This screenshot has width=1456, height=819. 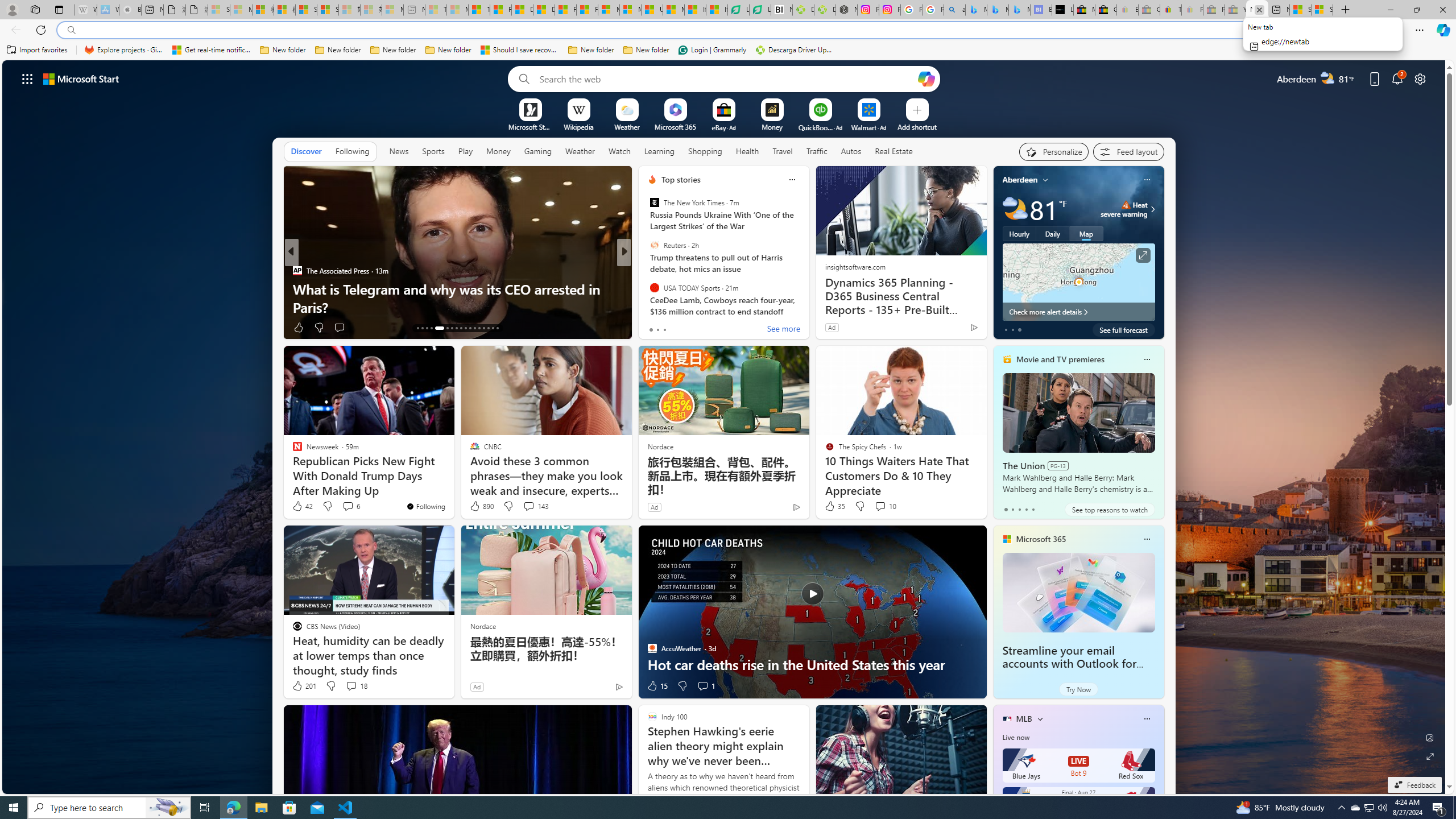 What do you see at coordinates (391, 9) in the screenshot?
I see `'Microsoft account | Account Checkup - Sleeping'` at bounding box center [391, 9].